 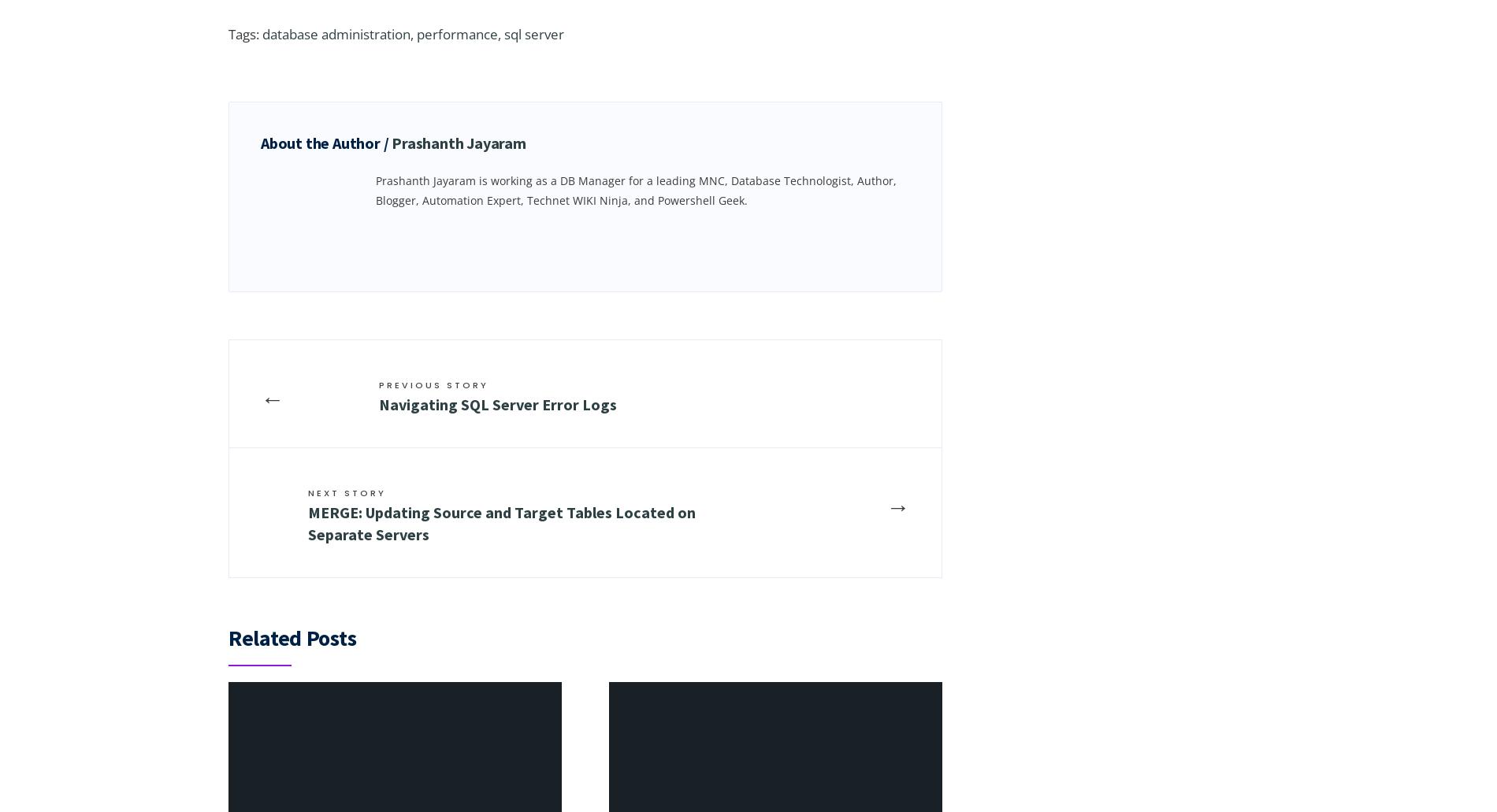 What do you see at coordinates (433, 384) in the screenshot?
I see `'Previous Story'` at bounding box center [433, 384].